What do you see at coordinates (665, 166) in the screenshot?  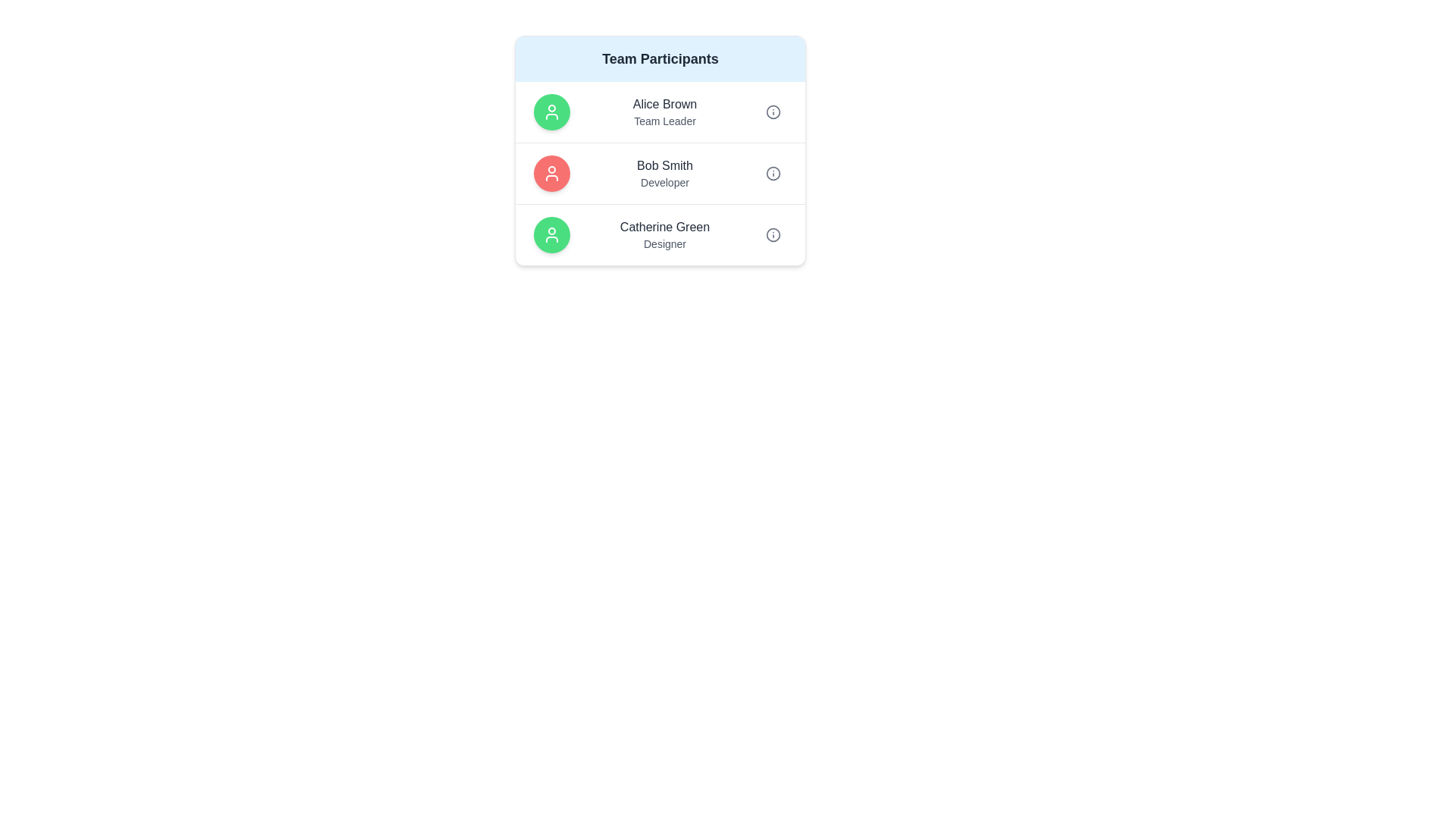 I see `the text label displaying 'Bob Smith', which is styled as medium-sized, bold, and dark gray, located above the text 'Developer' in a vertical list of individuals` at bounding box center [665, 166].